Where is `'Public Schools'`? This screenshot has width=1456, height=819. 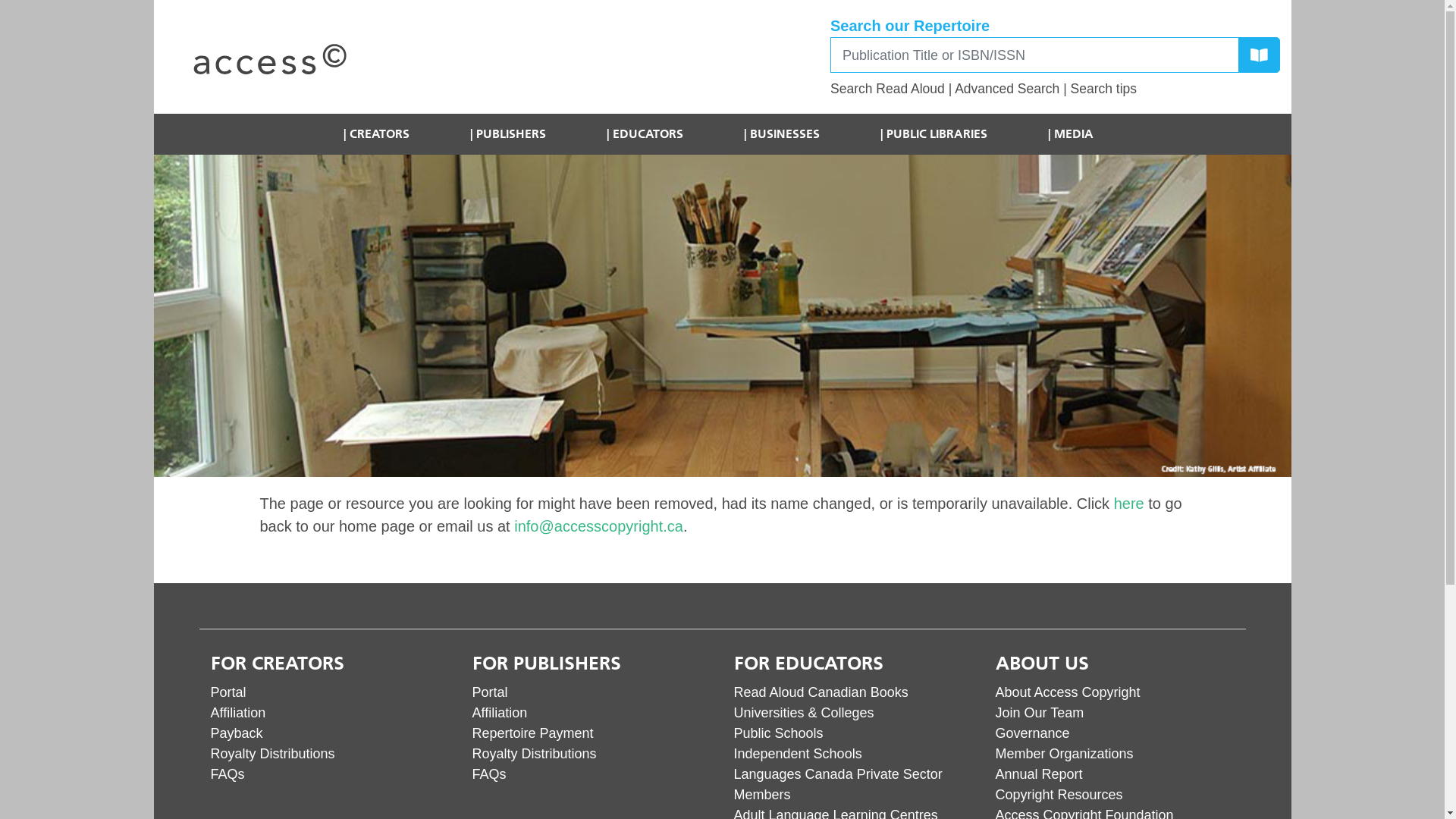
'Public Schools' is located at coordinates (779, 733).